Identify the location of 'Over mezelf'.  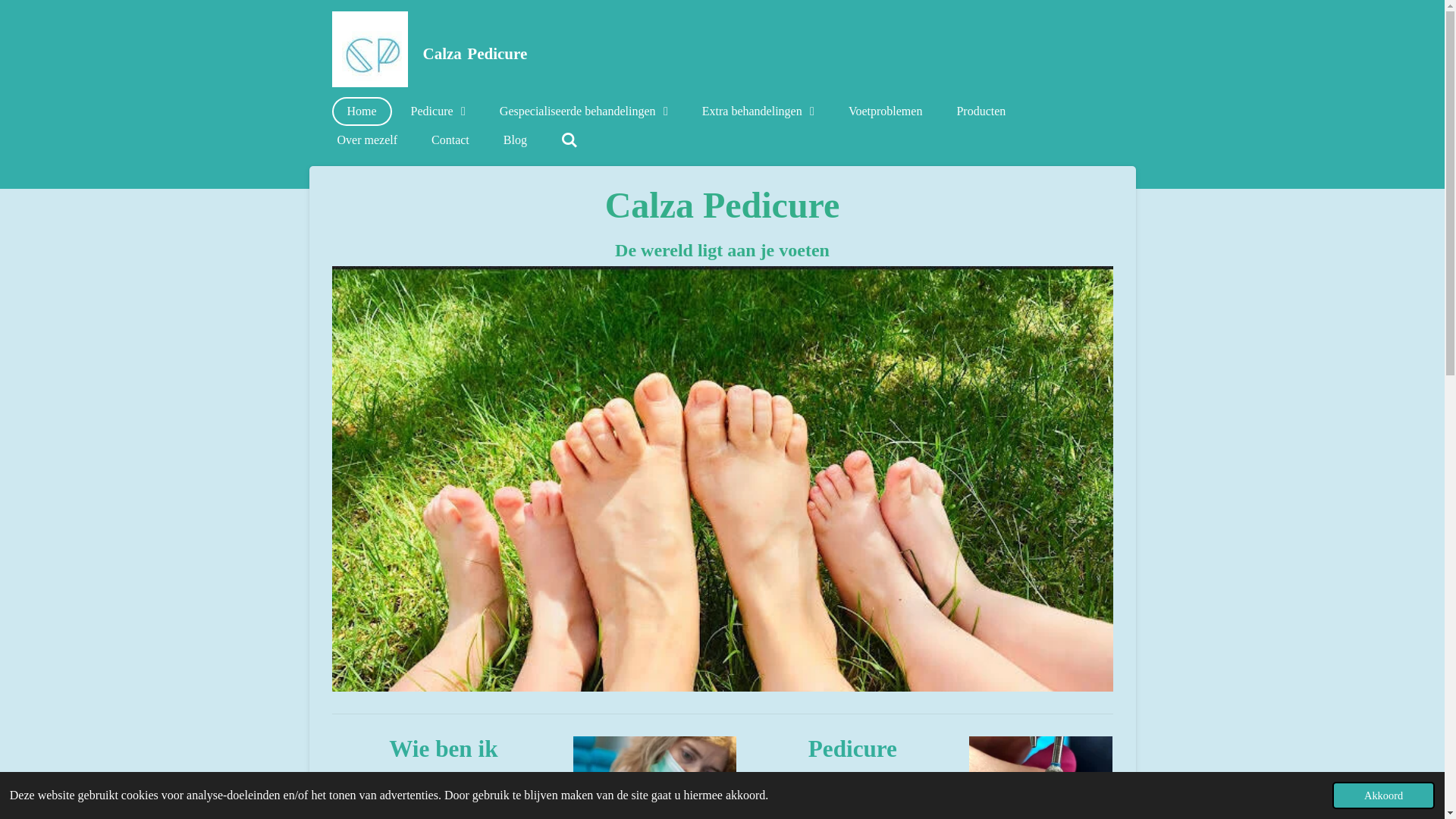
(367, 140).